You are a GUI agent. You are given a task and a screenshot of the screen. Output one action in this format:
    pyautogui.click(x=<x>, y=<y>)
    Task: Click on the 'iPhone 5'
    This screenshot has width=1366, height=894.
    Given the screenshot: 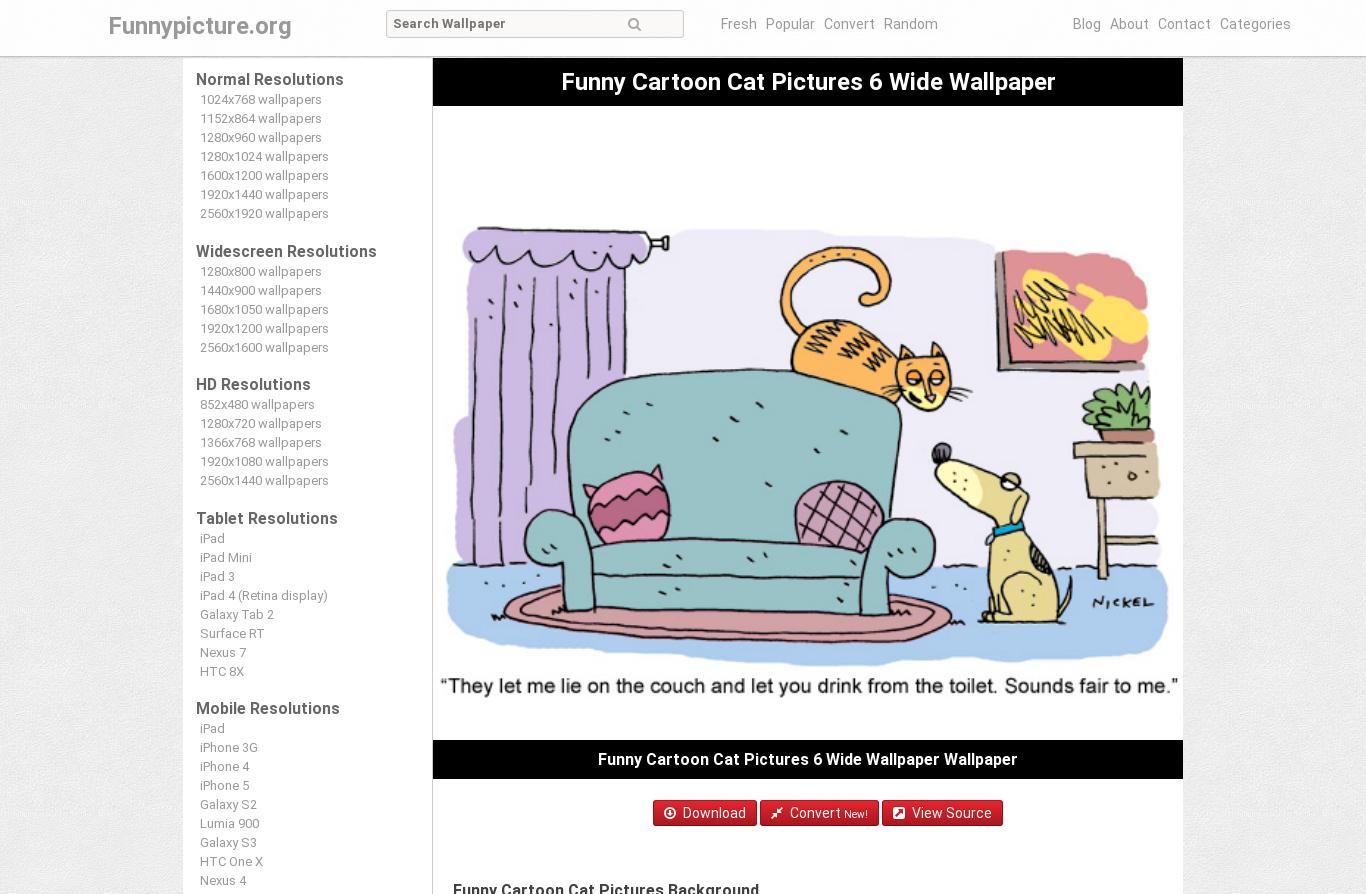 What is the action you would take?
    pyautogui.click(x=198, y=784)
    